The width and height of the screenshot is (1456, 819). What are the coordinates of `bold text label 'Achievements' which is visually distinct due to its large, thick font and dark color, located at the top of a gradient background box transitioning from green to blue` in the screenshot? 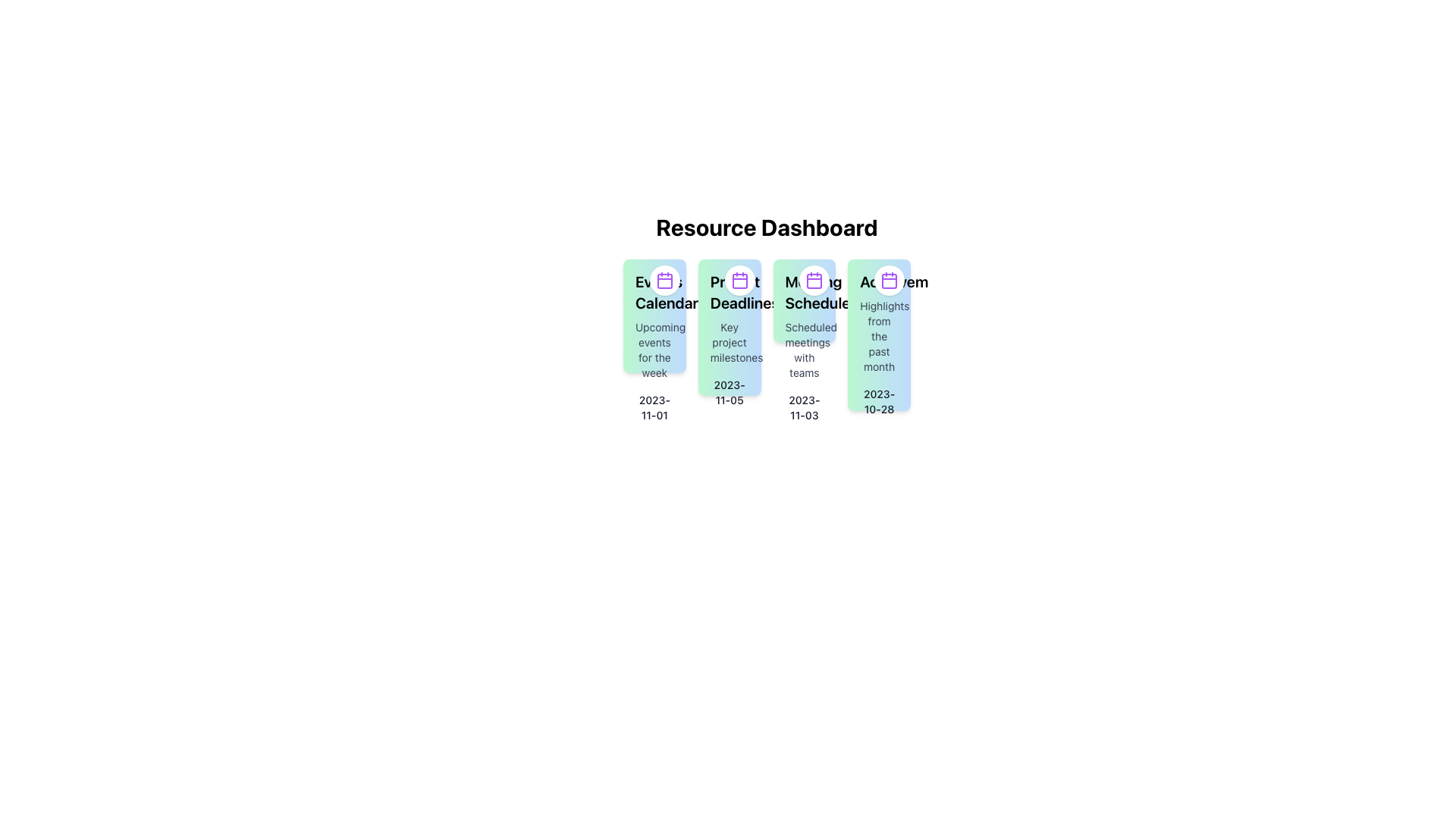 It's located at (879, 281).